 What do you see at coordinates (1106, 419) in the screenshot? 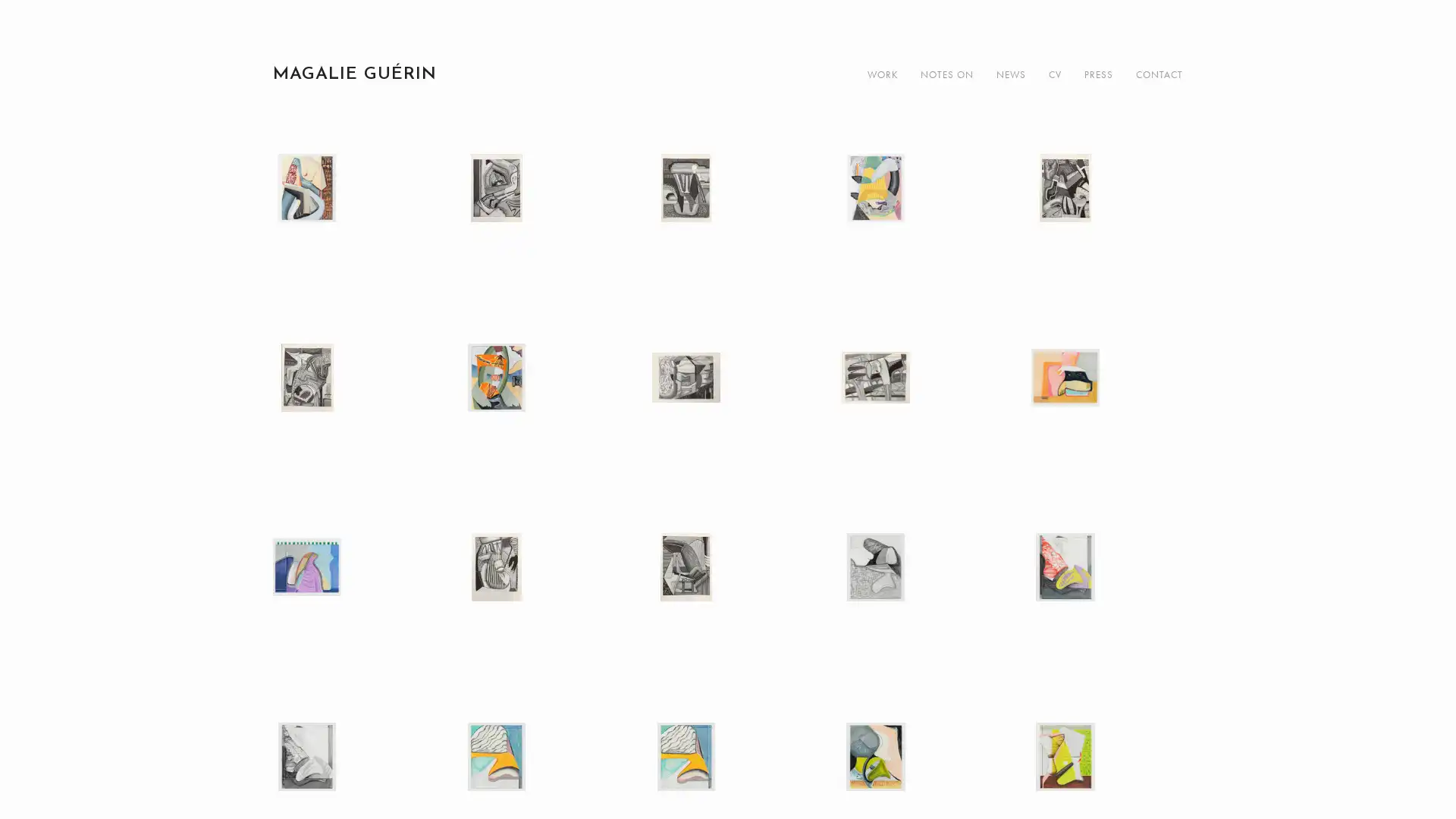
I see `View fullsize Copy Drawing (hat-Albuquerque), 2016` at bounding box center [1106, 419].